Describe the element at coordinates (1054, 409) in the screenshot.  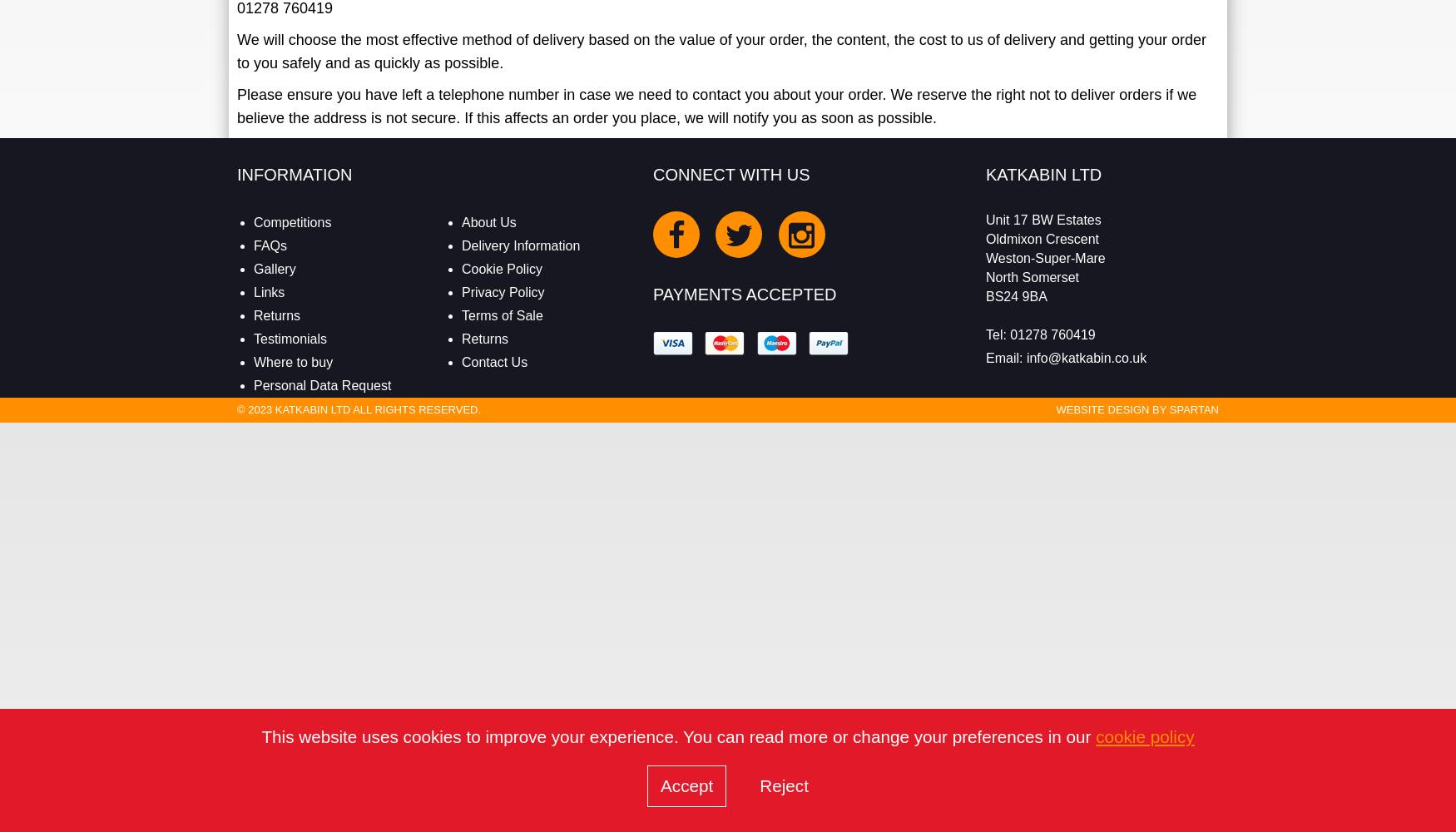
I see `'Website Design by'` at that location.